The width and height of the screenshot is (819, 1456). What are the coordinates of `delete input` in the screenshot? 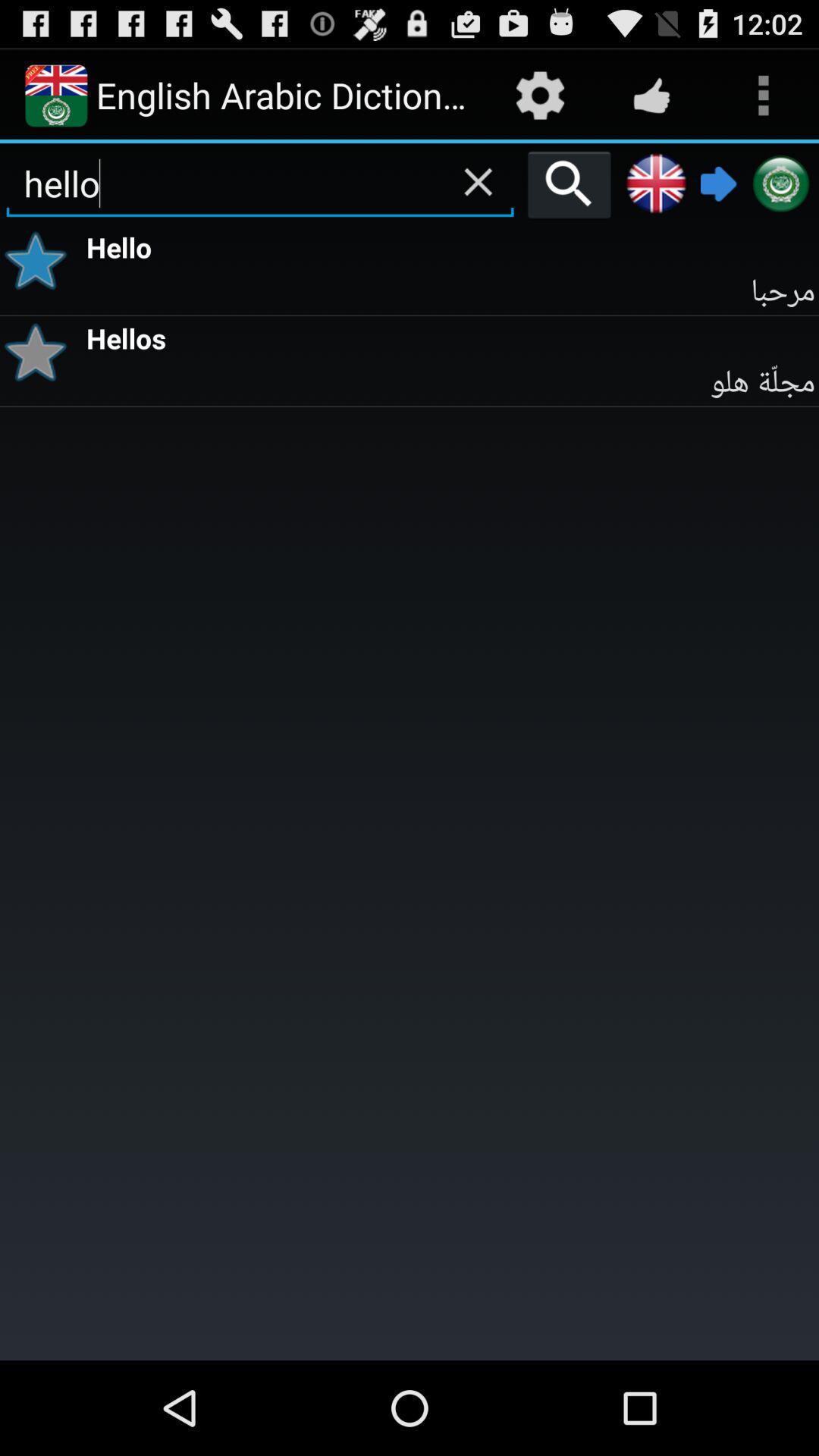 It's located at (478, 182).